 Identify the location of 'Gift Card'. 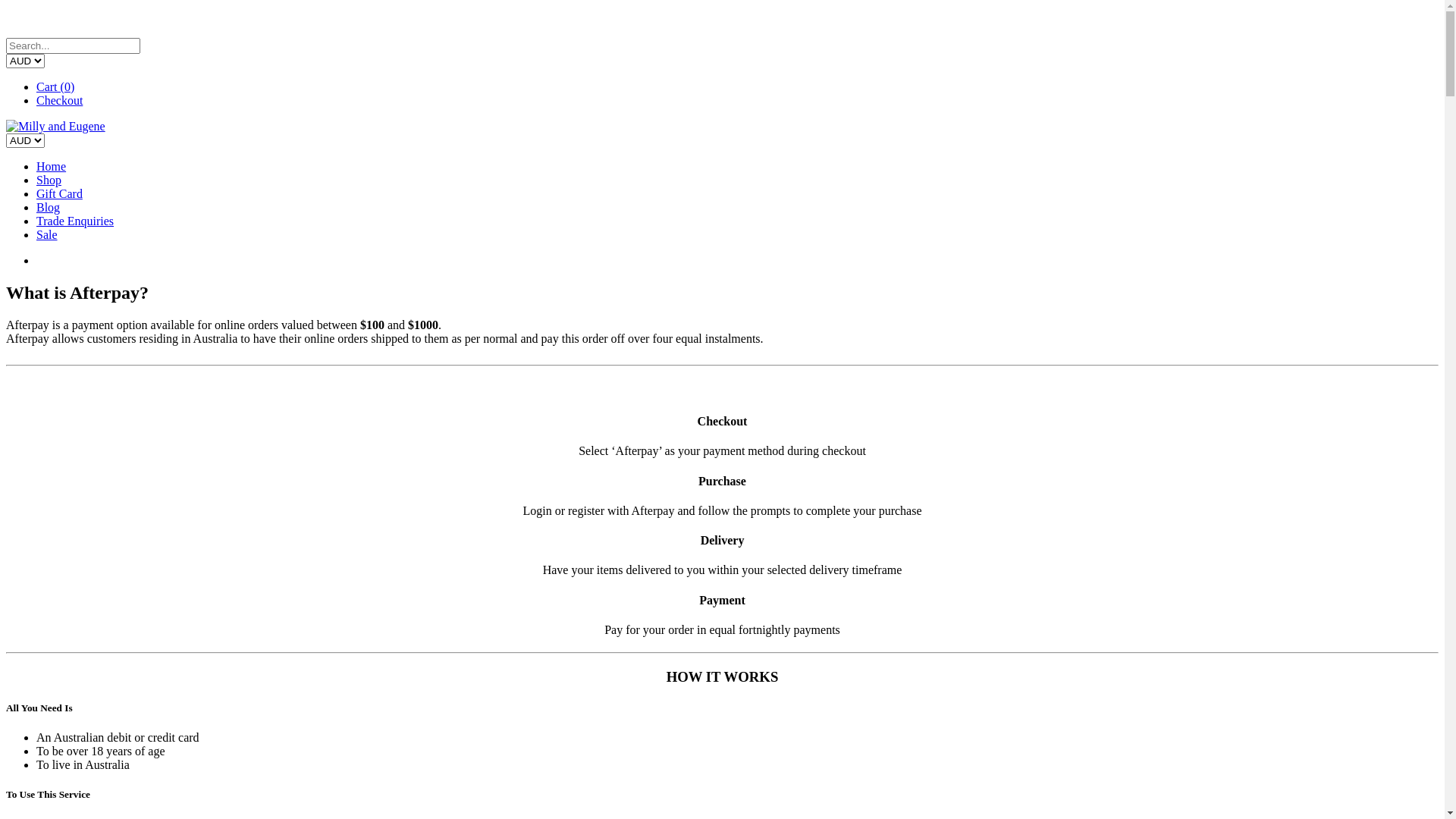
(59, 193).